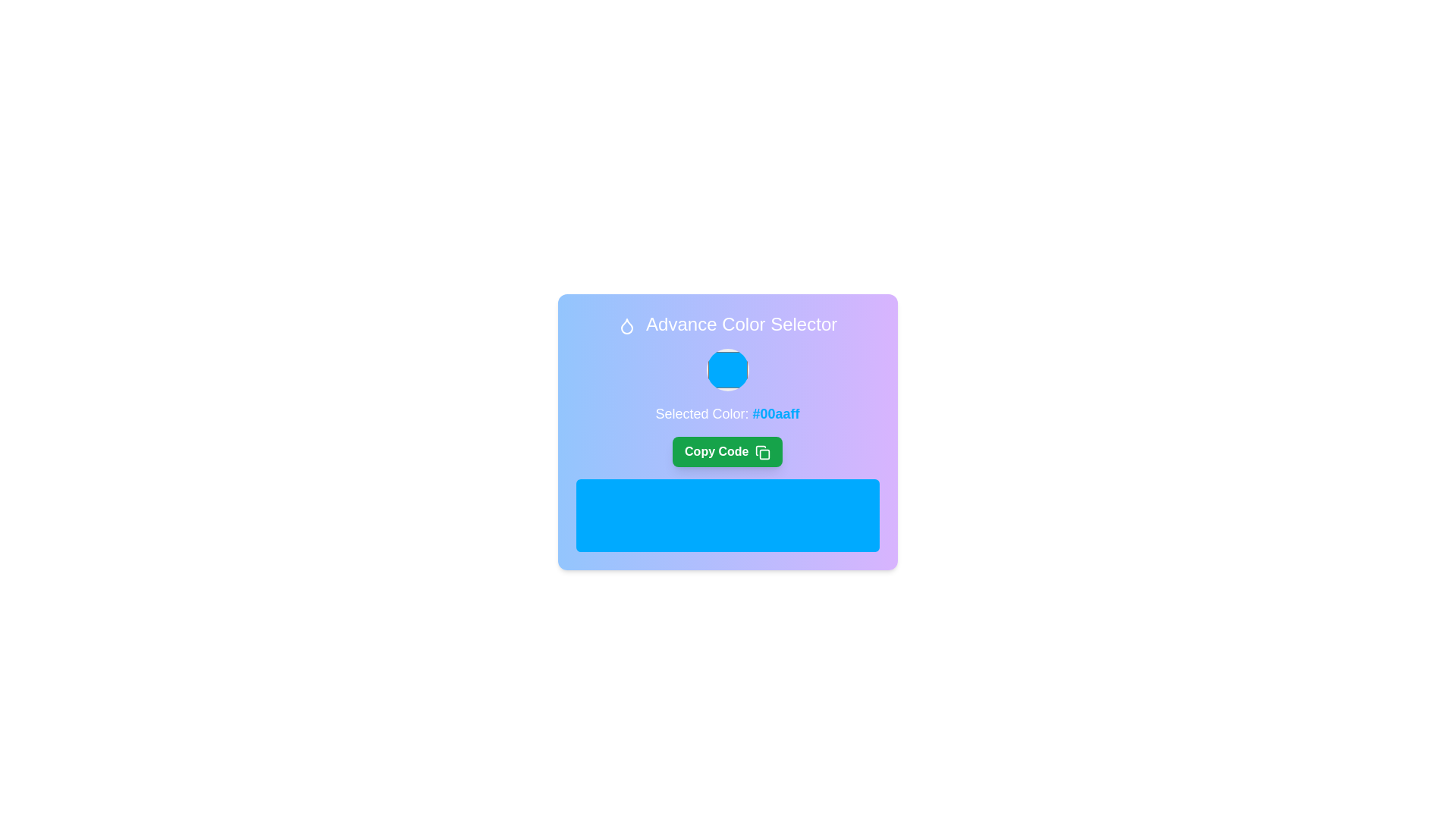 This screenshot has width=1456, height=819. What do you see at coordinates (726, 414) in the screenshot?
I see `the text label stating 'Selected Color: #00aaff', which is styled in bold blue font and located below the circular color preview` at bounding box center [726, 414].